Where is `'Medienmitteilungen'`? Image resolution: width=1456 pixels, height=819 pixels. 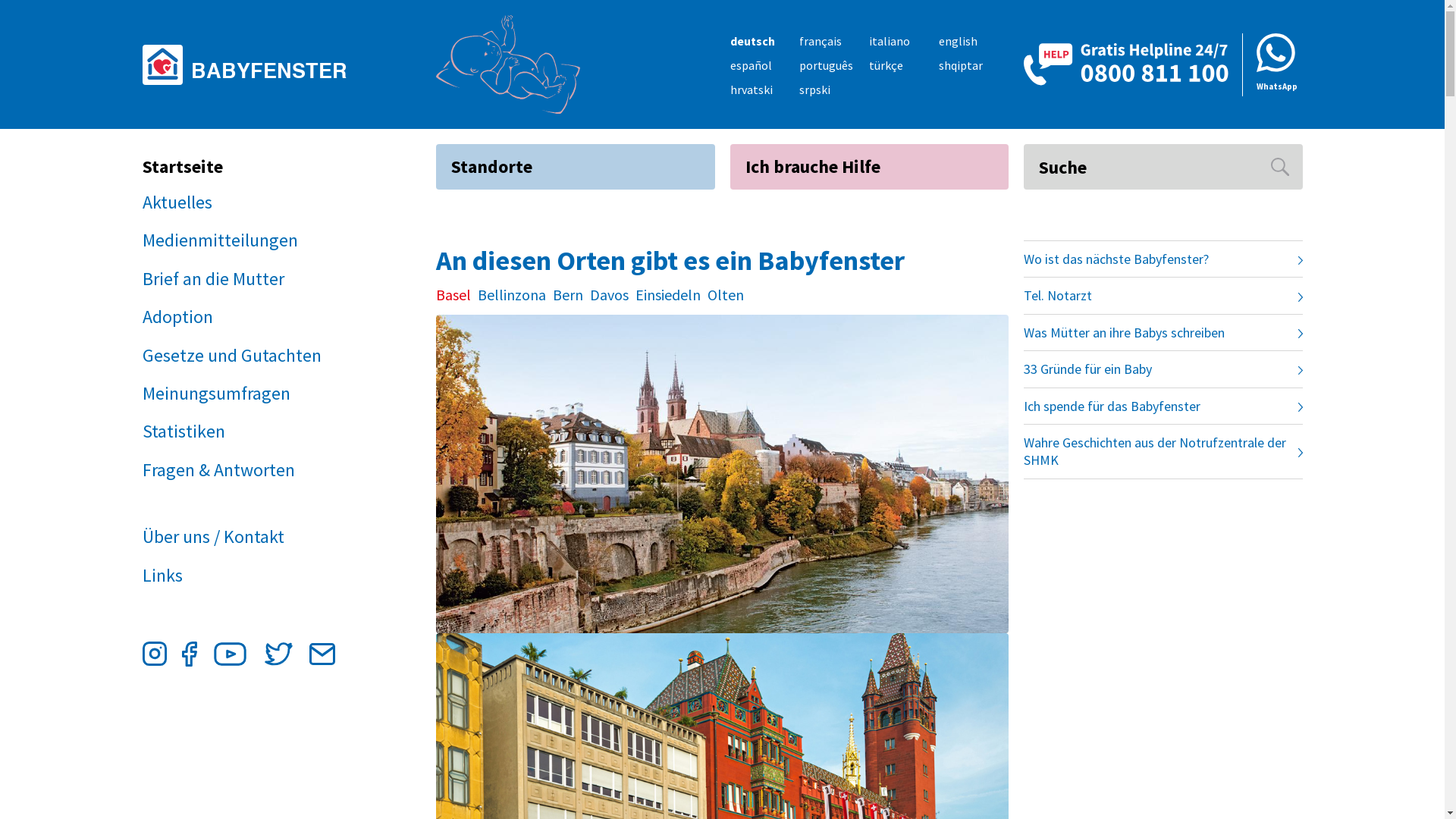 'Medienmitteilungen' is located at coordinates (254, 239).